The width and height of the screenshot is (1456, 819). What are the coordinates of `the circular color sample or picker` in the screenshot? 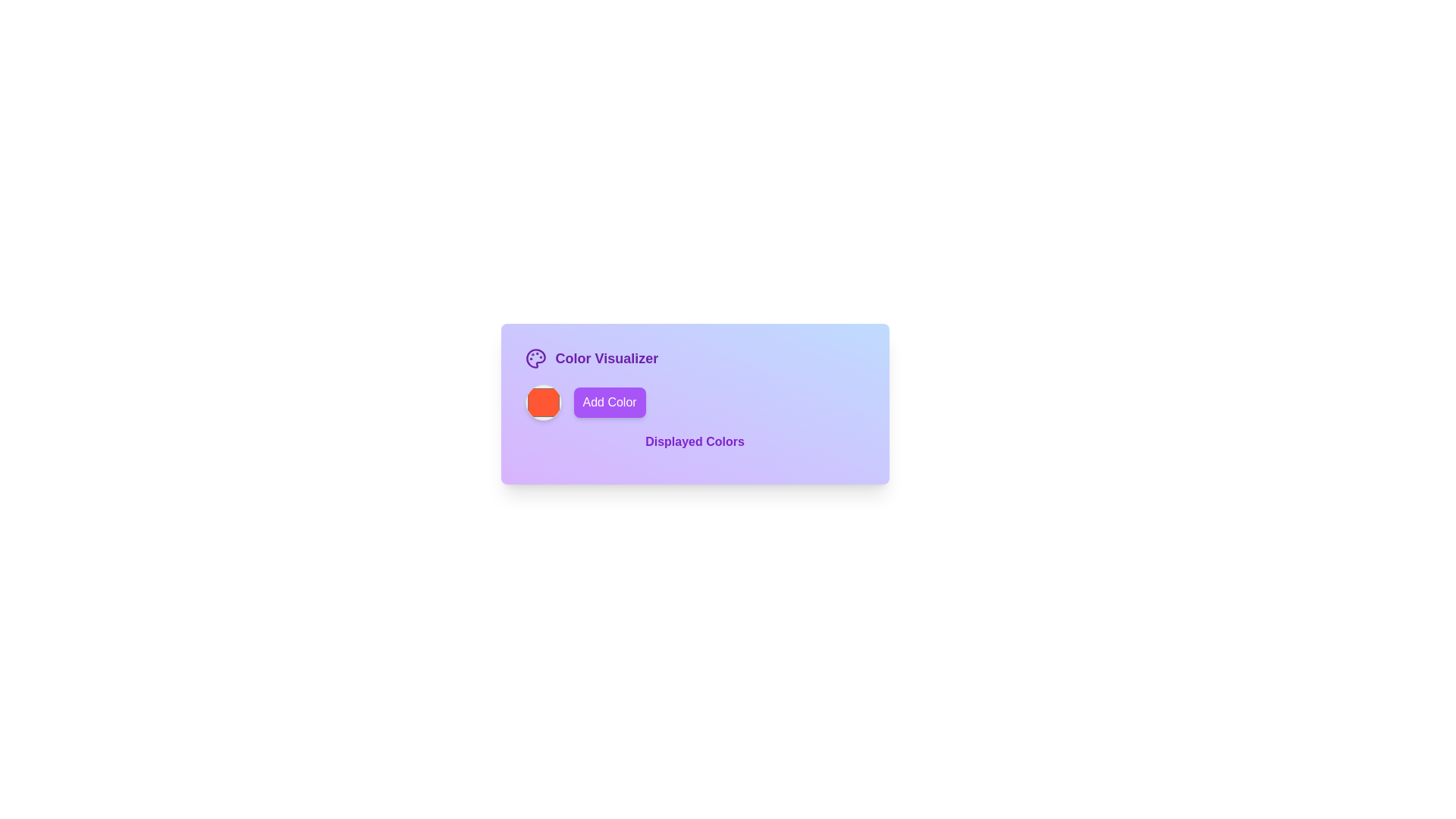 It's located at (543, 402).